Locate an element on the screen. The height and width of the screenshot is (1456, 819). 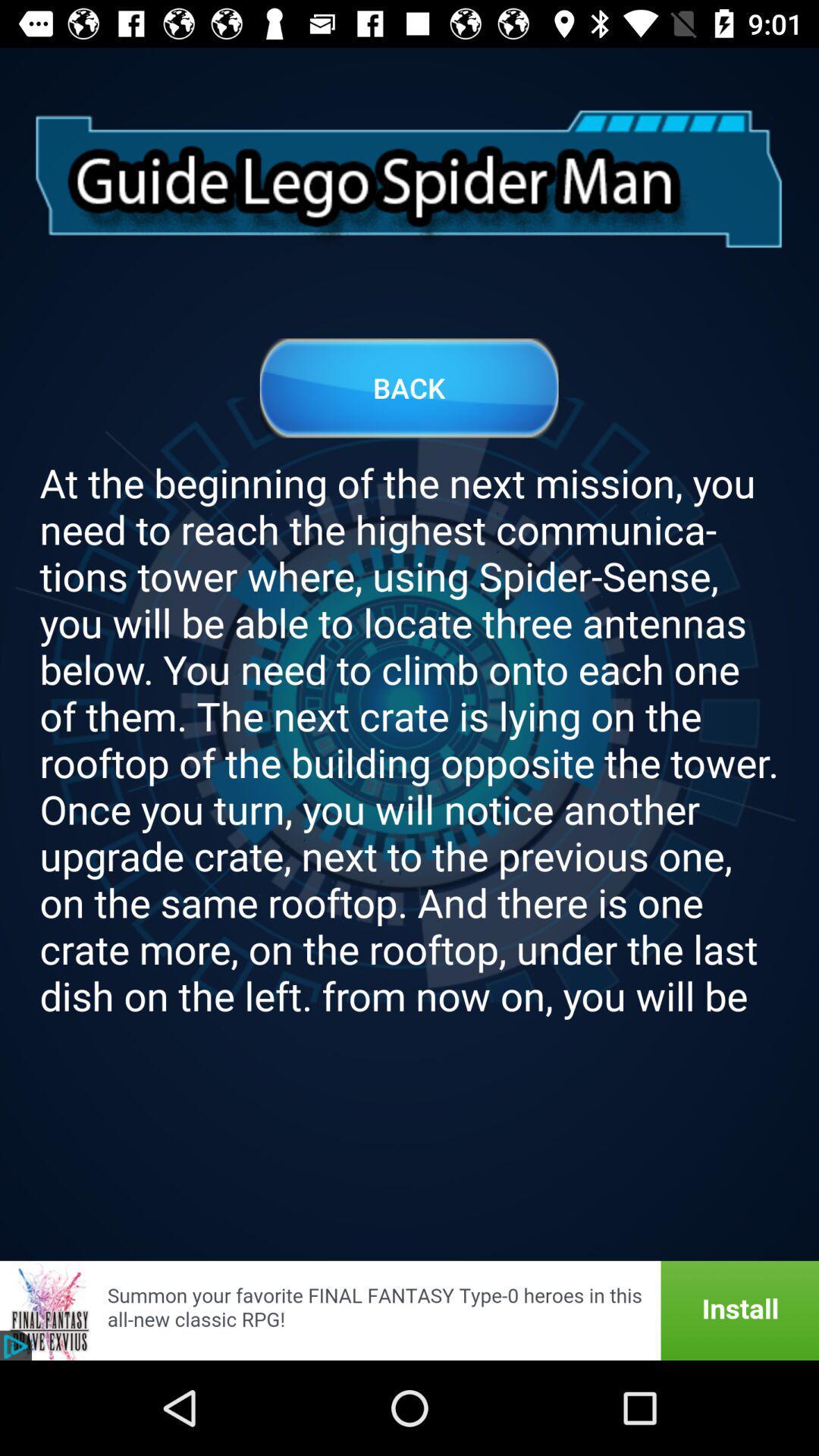
install final fantasy is located at coordinates (409, 1310).